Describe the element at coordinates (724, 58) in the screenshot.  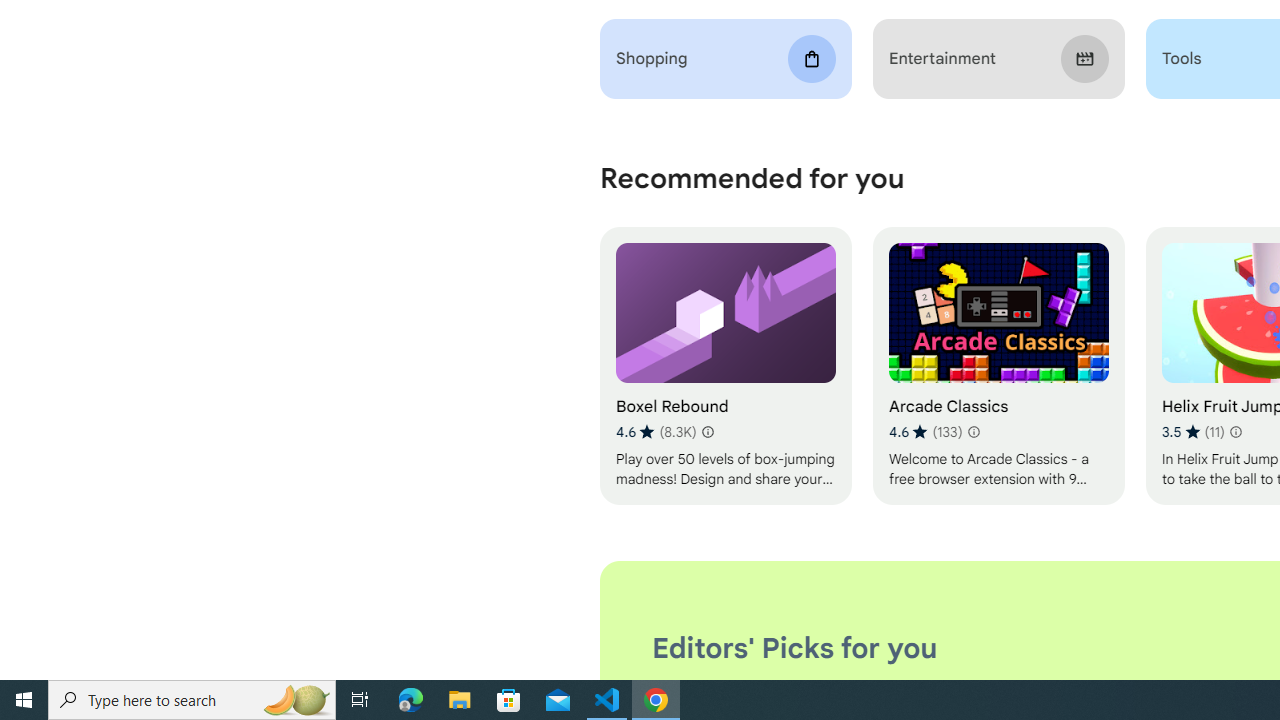
I see `'Shopping'` at that location.